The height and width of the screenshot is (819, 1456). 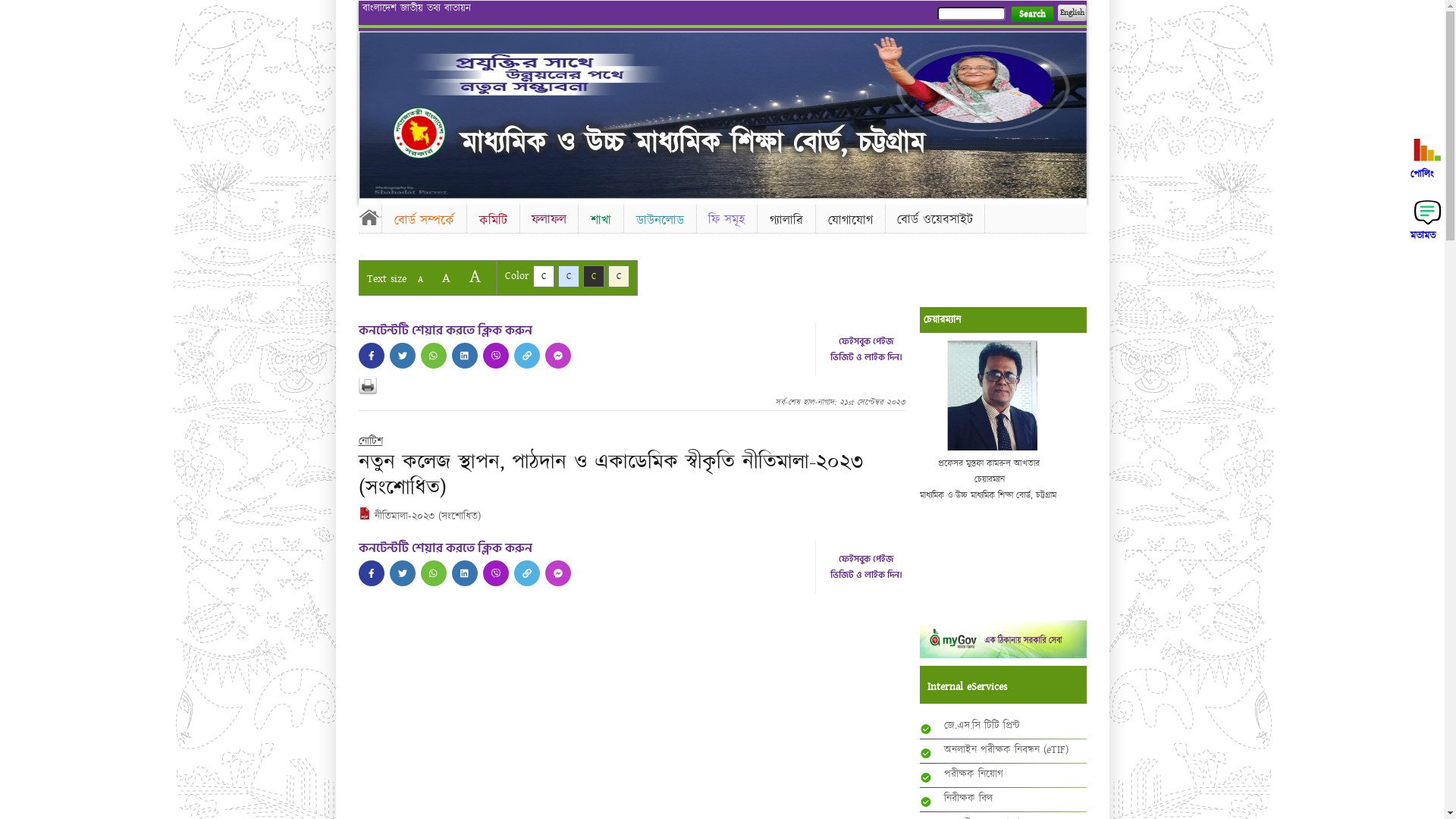 What do you see at coordinates (473, 276) in the screenshot?
I see `'A'` at bounding box center [473, 276].